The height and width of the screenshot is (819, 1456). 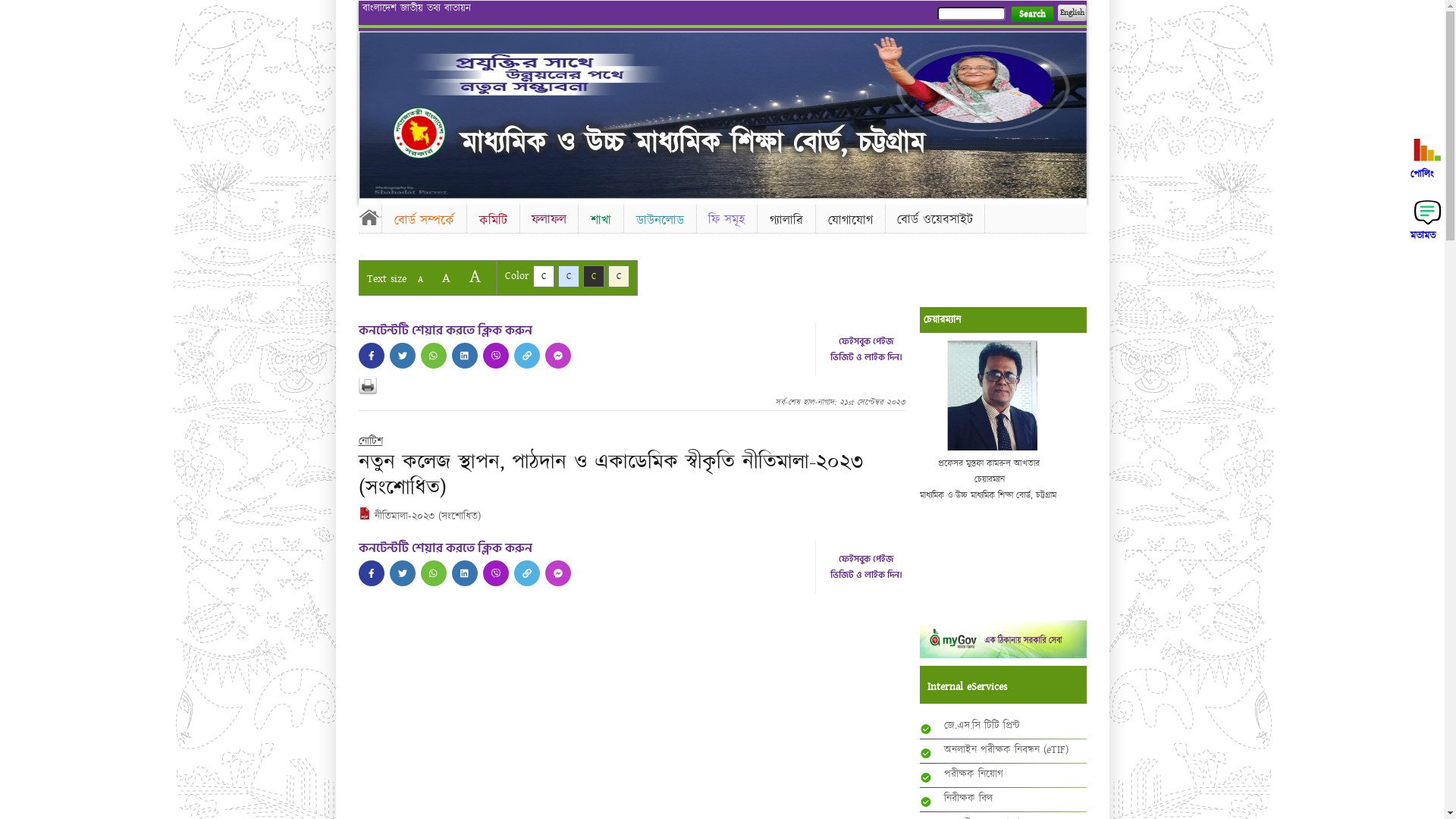 What do you see at coordinates (473, 276) in the screenshot?
I see `'A'` at bounding box center [473, 276].